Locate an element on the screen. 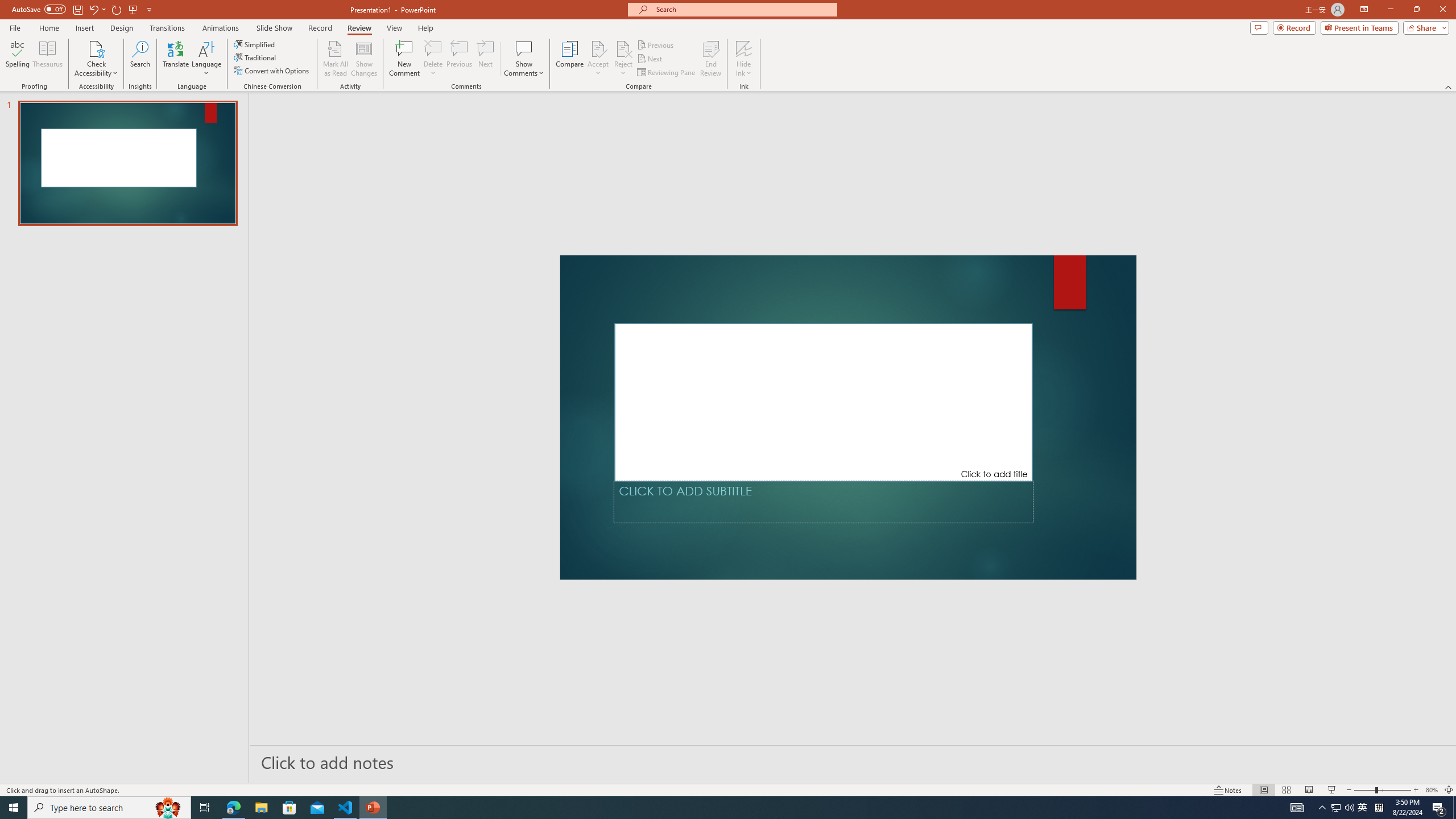 The image size is (1456, 819). 'End Review' is located at coordinates (710, 59).